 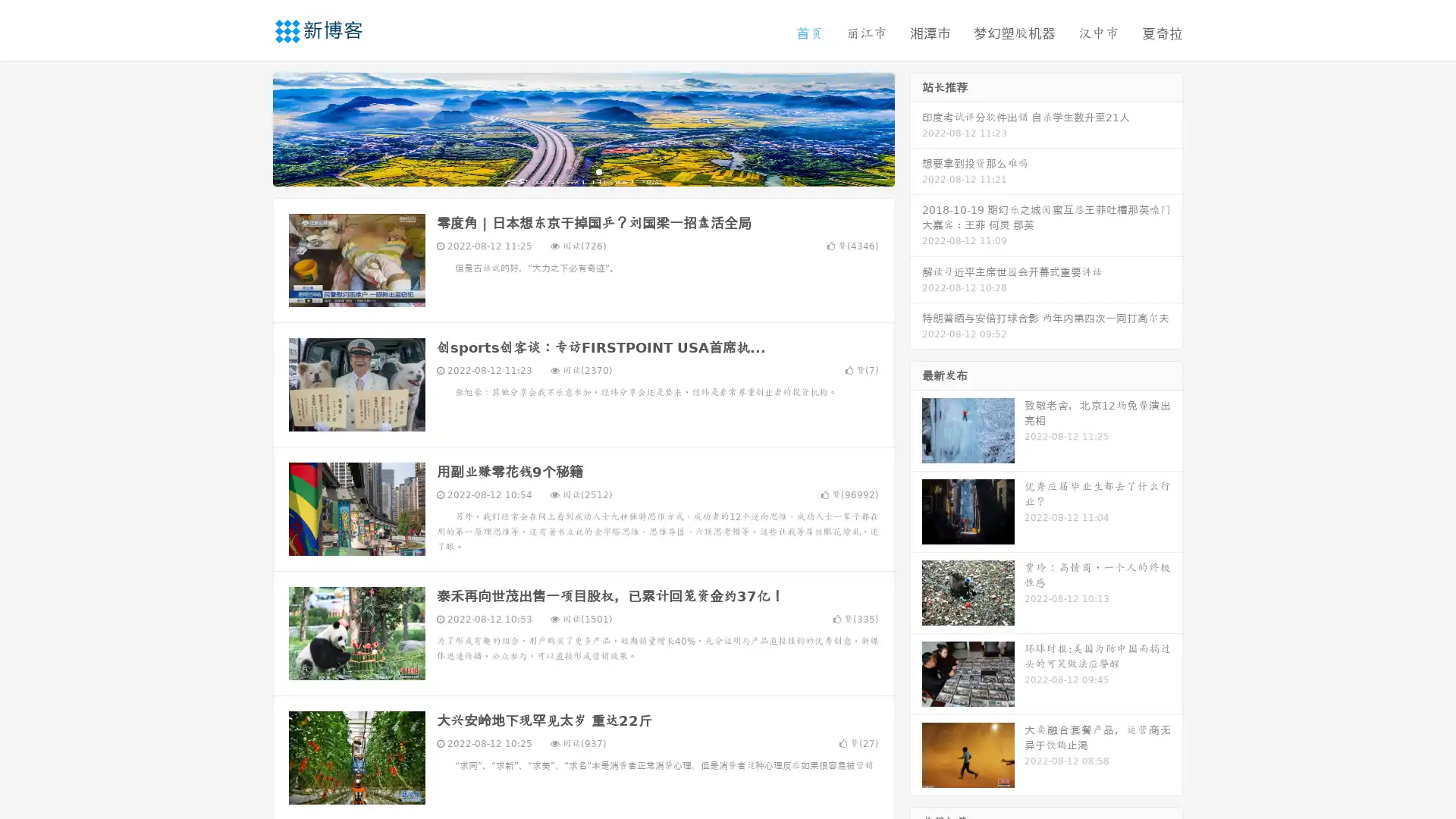 I want to click on Go to slide 2, so click(x=582, y=171).